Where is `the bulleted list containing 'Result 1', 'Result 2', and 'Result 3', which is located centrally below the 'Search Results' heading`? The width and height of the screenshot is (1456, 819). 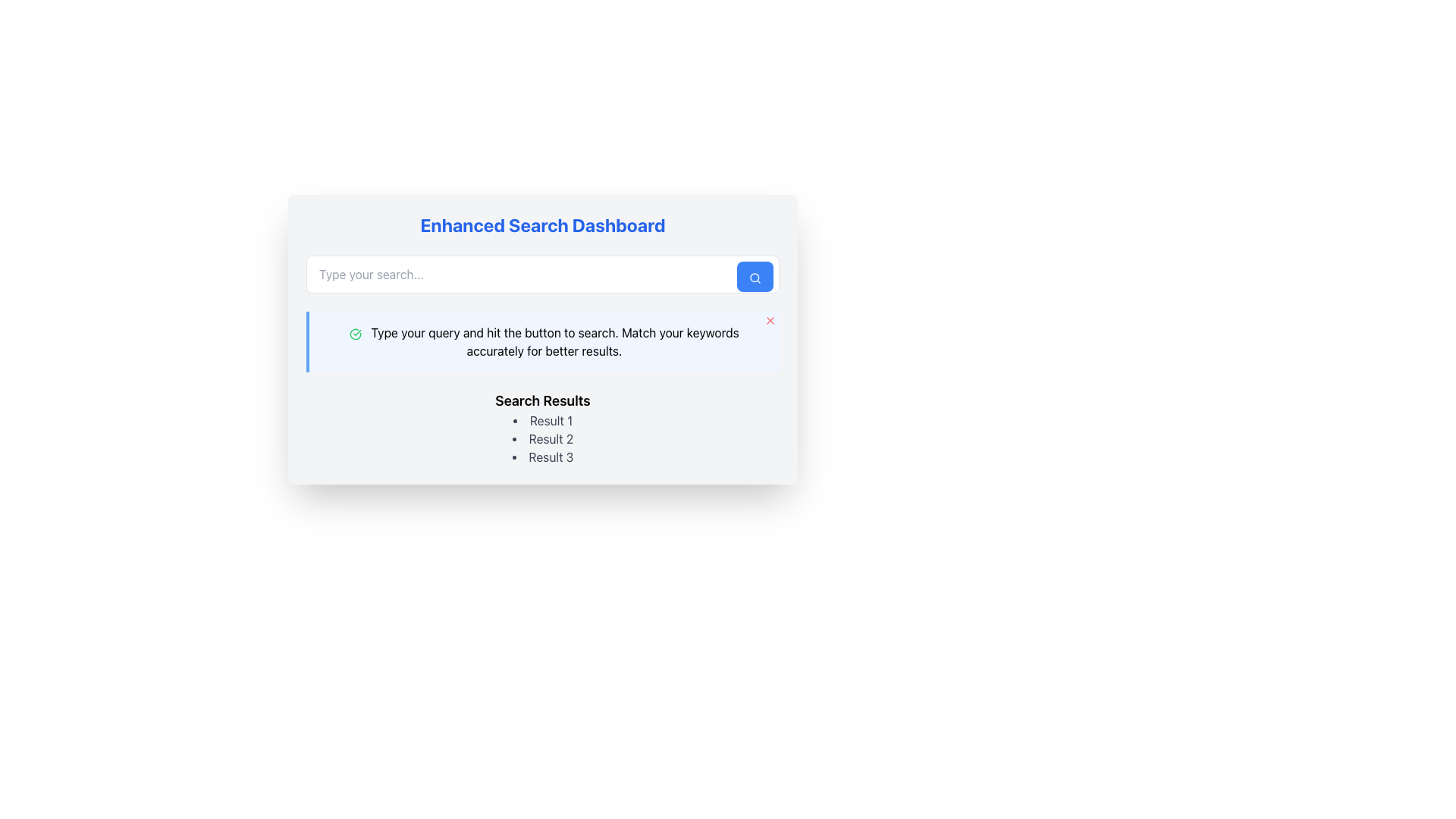
the bulleted list containing 'Result 1', 'Result 2', and 'Result 3', which is located centrally below the 'Search Results' heading is located at coordinates (542, 438).